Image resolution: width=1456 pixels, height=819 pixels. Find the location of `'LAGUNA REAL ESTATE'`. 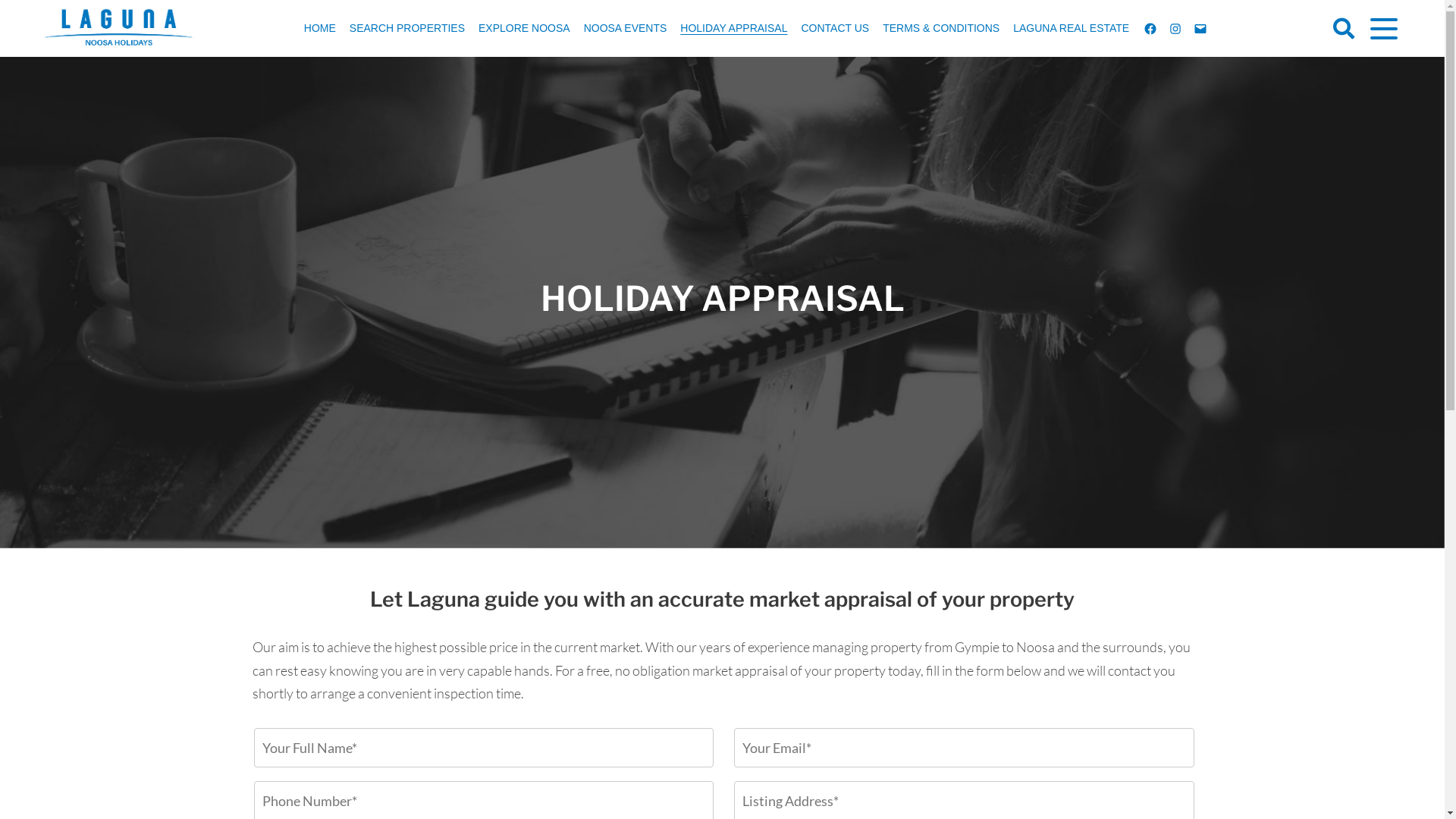

'LAGUNA REAL ESTATE' is located at coordinates (1070, 28).